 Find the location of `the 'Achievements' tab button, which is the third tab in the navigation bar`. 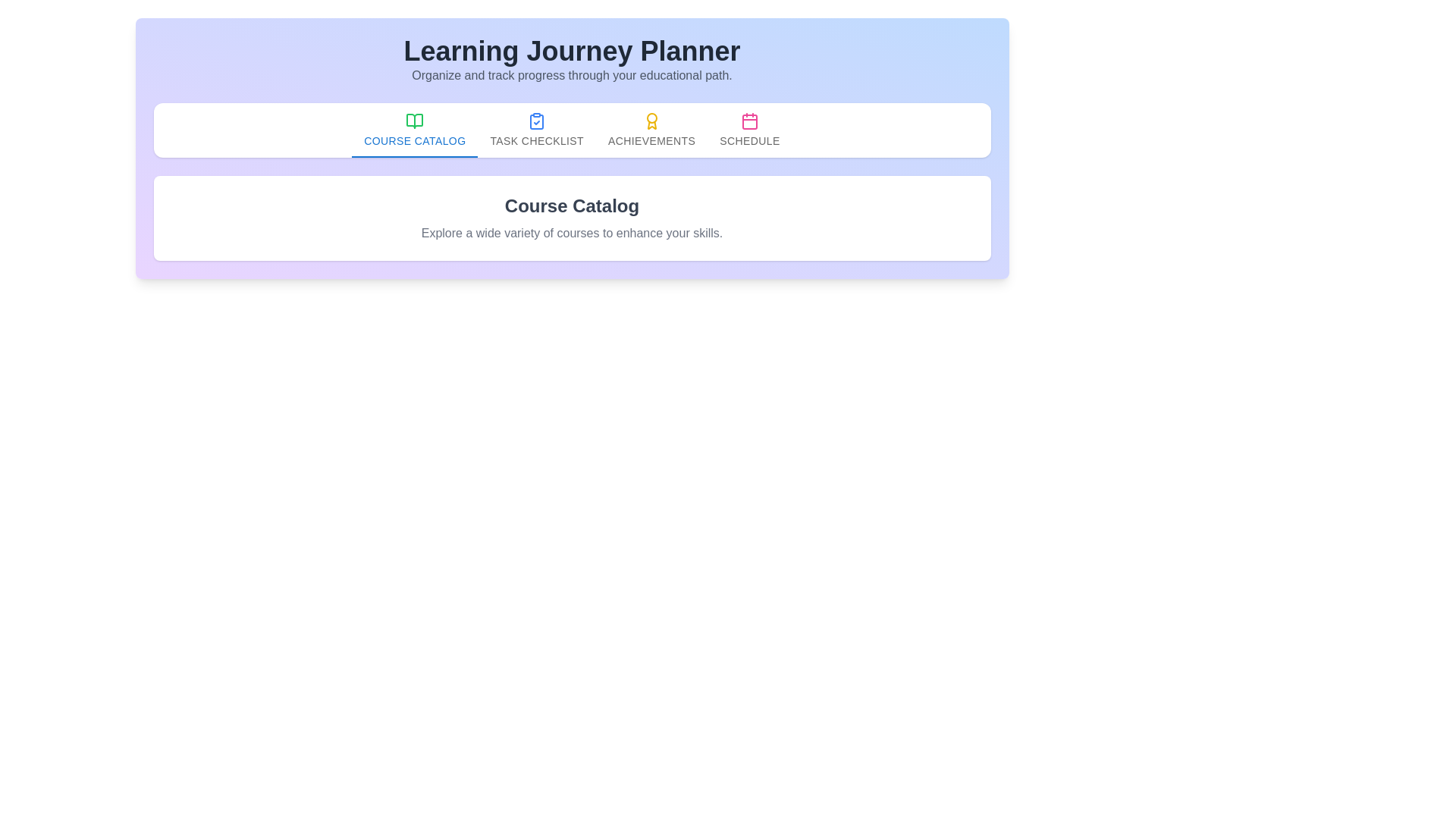

the 'Achievements' tab button, which is the third tab in the navigation bar is located at coordinates (651, 130).